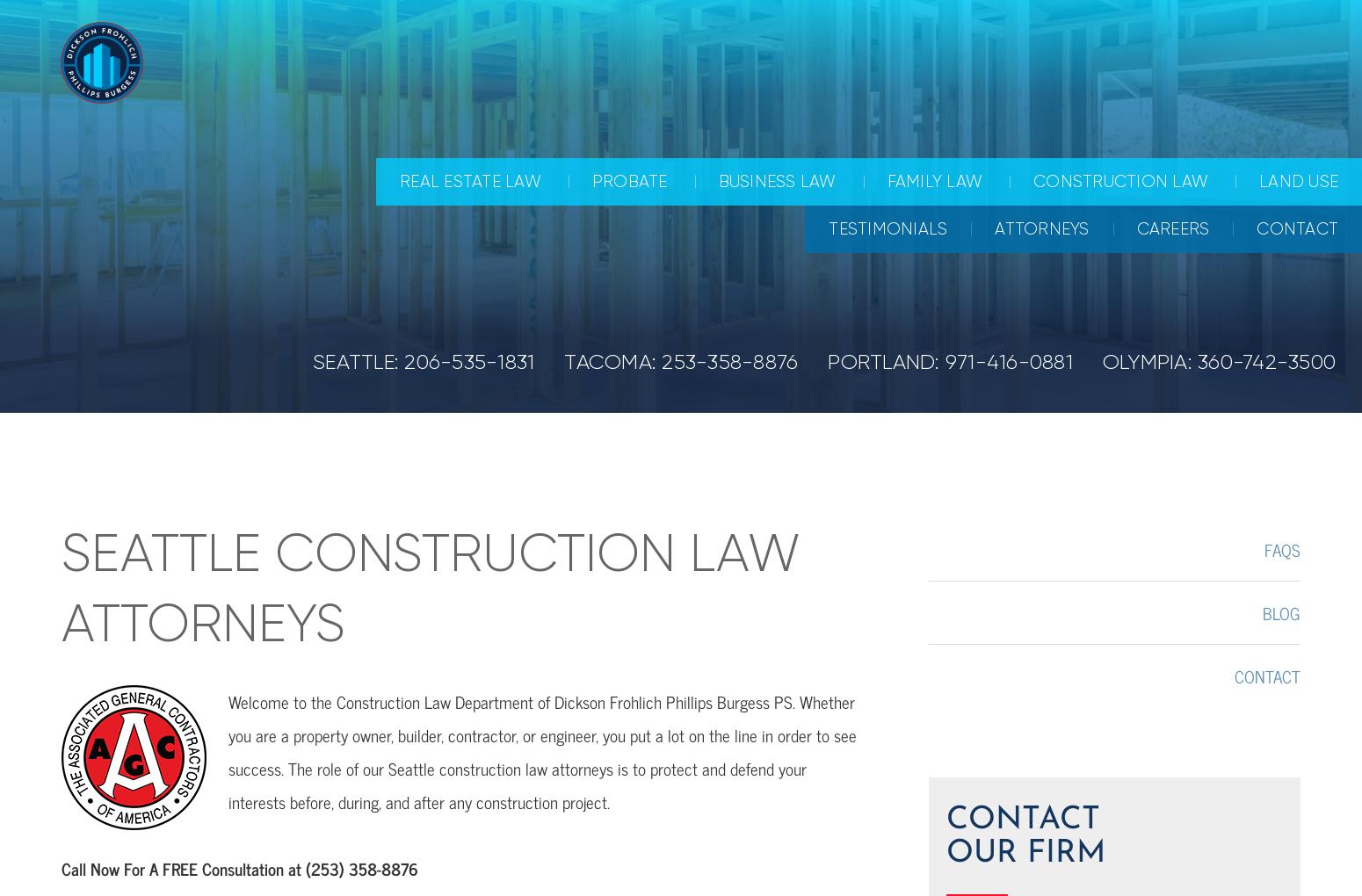 Image resolution: width=1362 pixels, height=896 pixels. What do you see at coordinates (542, 750) in the screenshot?
I see `'Welcome to the Construction Law Department of Dickson Frohlich Phillips Burgess PS. Whether you are a property owner, builder, contractor, or engineer, you put a lot on the line in order to see success. The role of our Seattle construction law attorneys is to protect and defend your interests before, during, and after any construction project.'` at bounding box center [542, 750].